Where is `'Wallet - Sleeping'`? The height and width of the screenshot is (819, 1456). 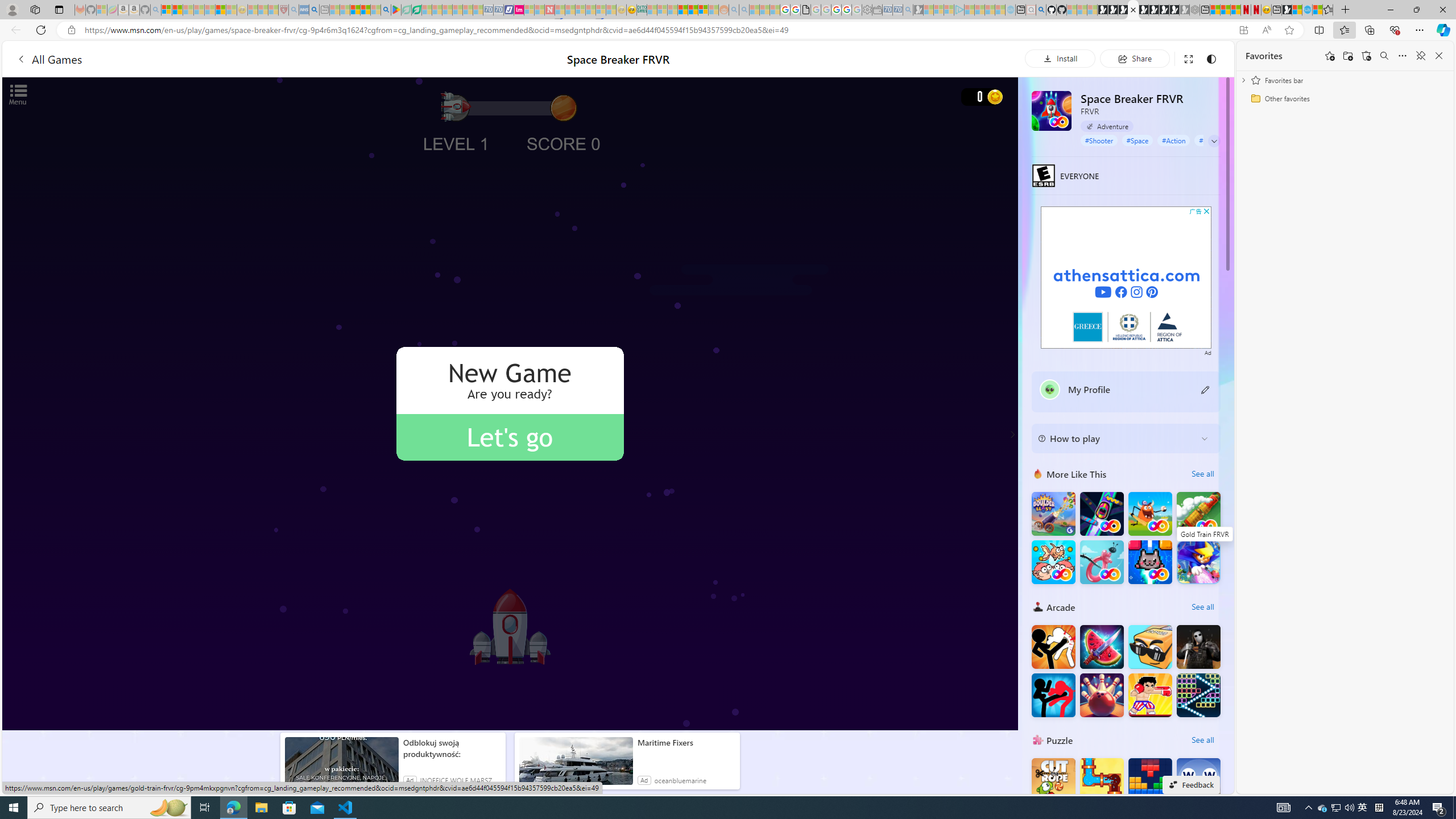
'Wallet - Sleeping' is located at coordinates (876, 9).